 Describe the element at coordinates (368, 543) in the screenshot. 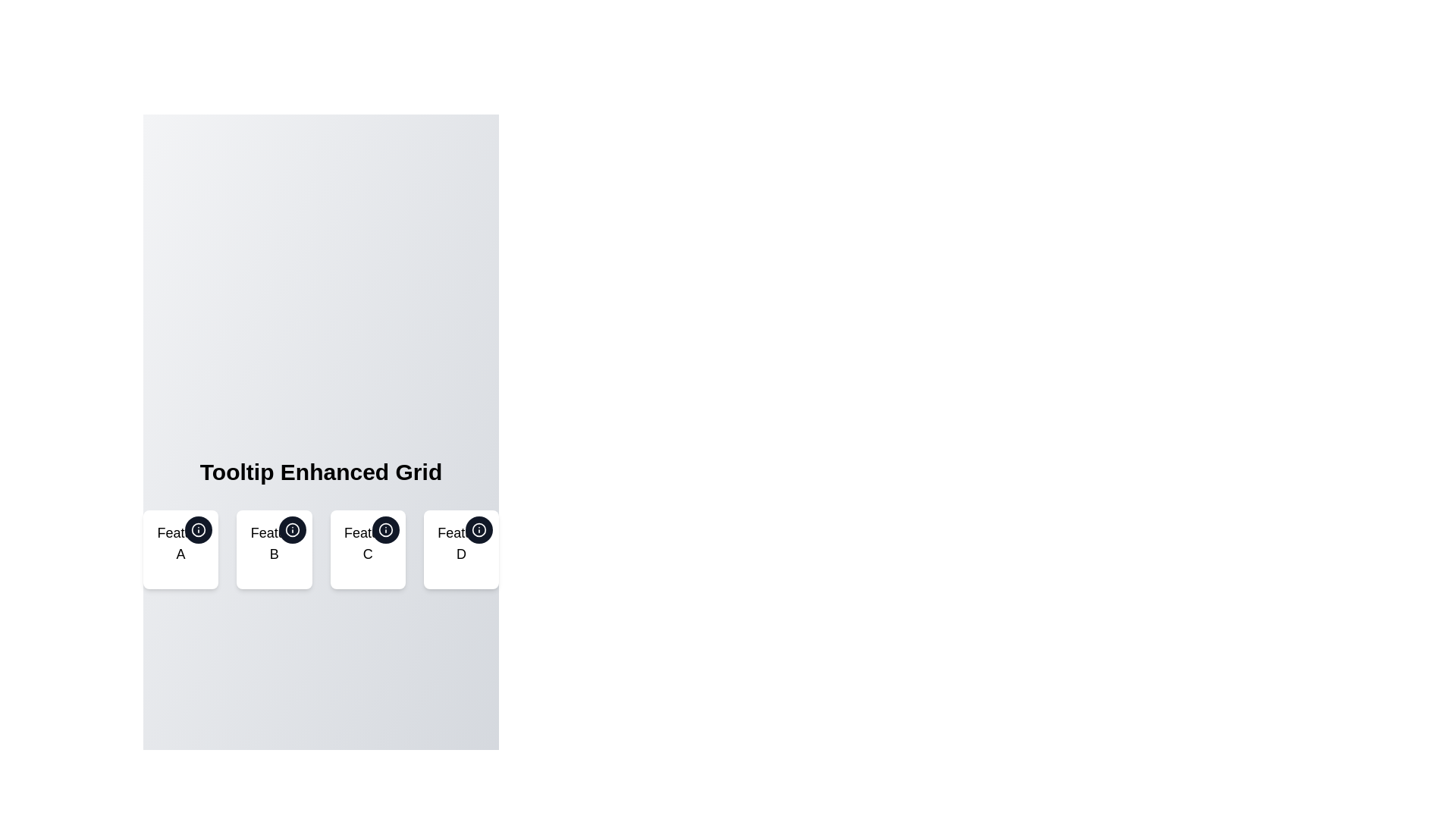

I see `on the text label displaying 'Feature C', which is centrally aligned below the circular icon with an 'i' symbol within its card` at that location.